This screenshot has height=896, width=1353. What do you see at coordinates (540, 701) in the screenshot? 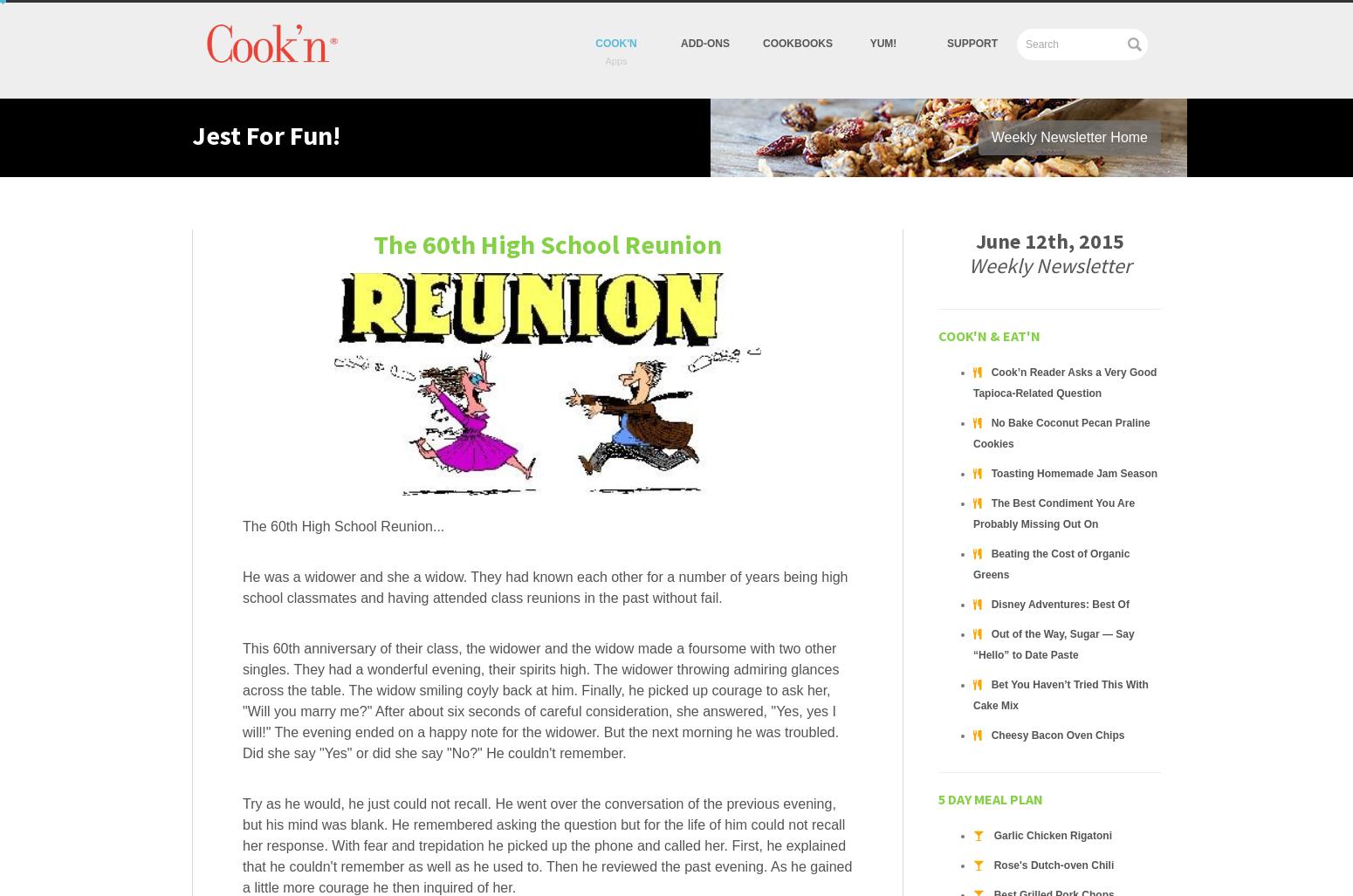
I see `'This 60th anniversary of their class, the widower and the widow made a foursome with two other singles. They had a wonderful evening, their spirits high.
    The widower throwing admiring glances across the table. The widow smiling coyly back at him. Finally, he picked up courage to ask her, "Will you marry me?"
    After about six seconds of careful consideration, she answered, "Yes, yes I will!" The evening ended on a happy note for the widower. But the next morning
    he was troubled. Did she say "Yes" or did she say "No?" He couldn't remember.'` at bounding box center [540, 701].